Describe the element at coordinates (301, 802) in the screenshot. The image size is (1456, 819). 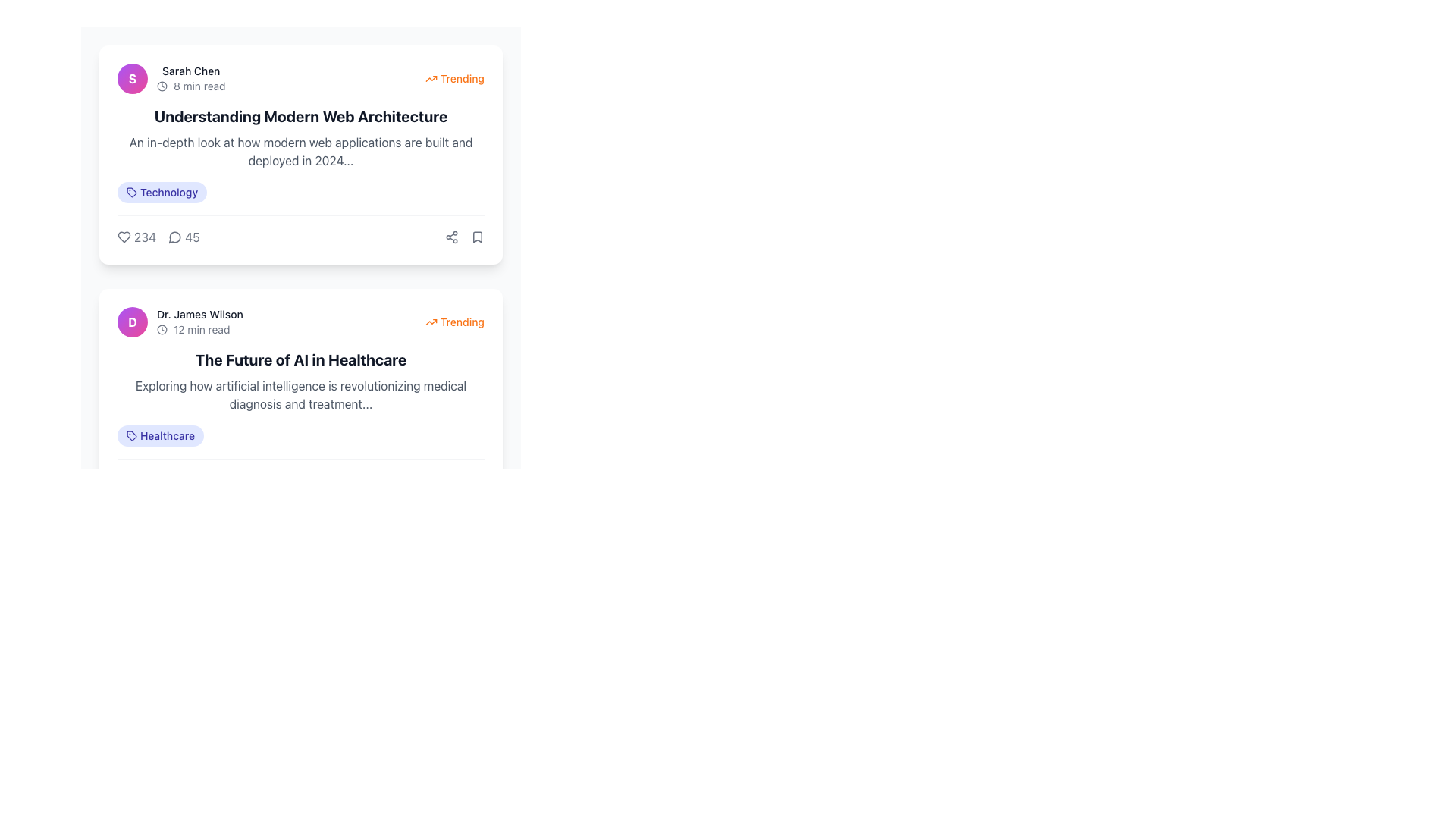
I see `the page navigation button located at the bottom center of the interface` at that location.